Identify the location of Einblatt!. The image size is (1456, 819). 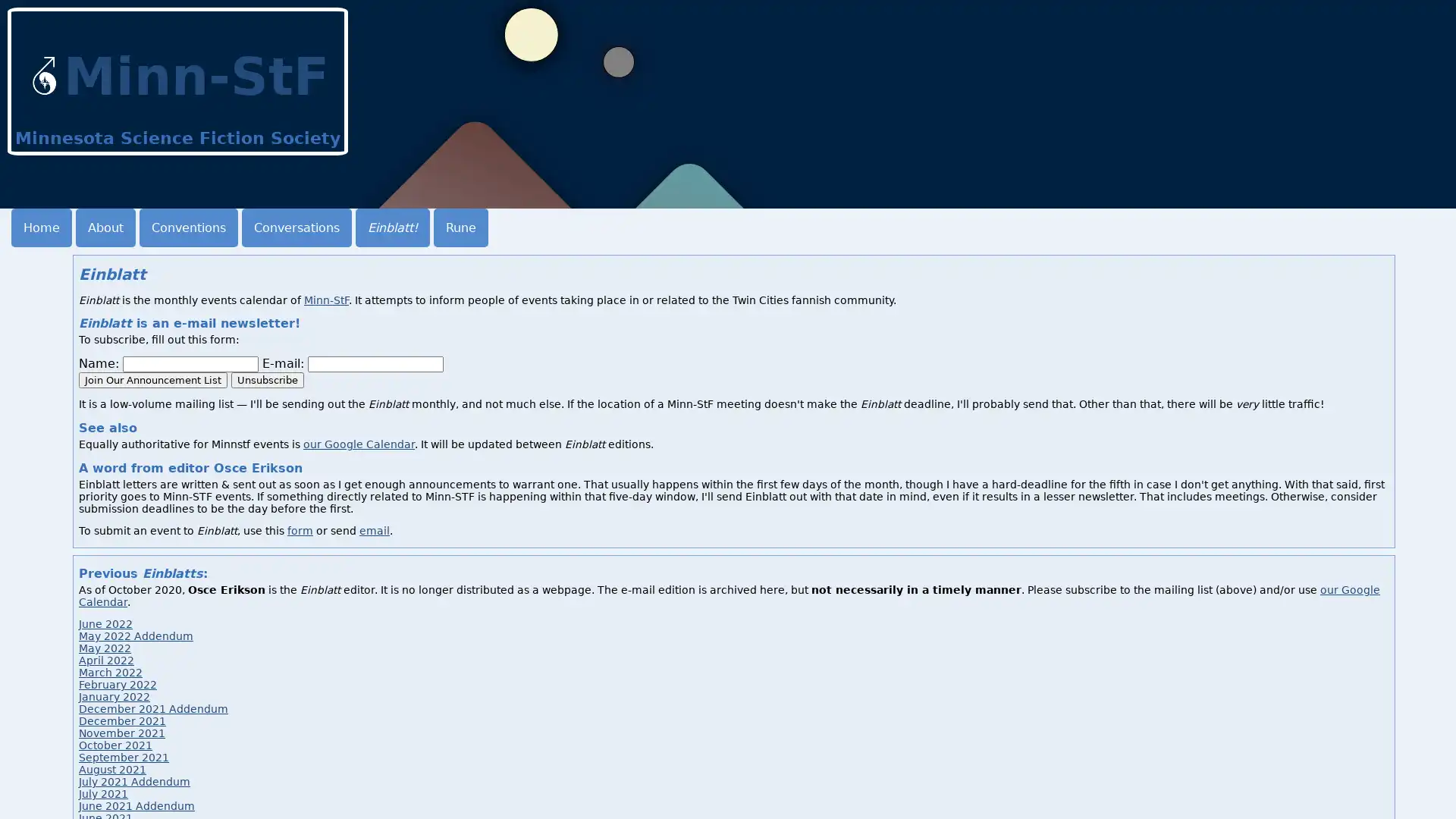
(393, 227).